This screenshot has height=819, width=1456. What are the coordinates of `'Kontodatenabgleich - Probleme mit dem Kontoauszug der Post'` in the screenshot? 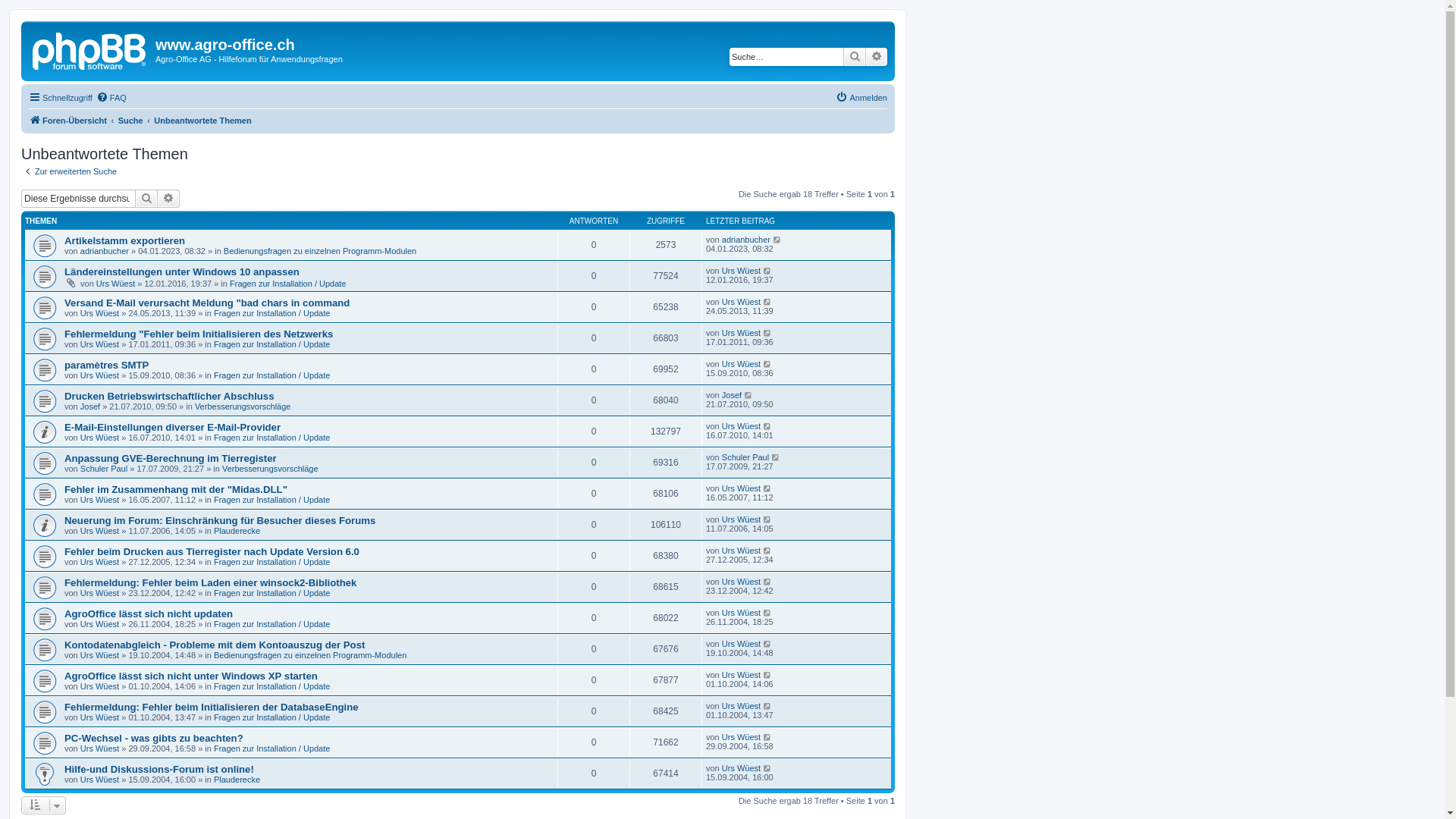 It's located at (214, 645).